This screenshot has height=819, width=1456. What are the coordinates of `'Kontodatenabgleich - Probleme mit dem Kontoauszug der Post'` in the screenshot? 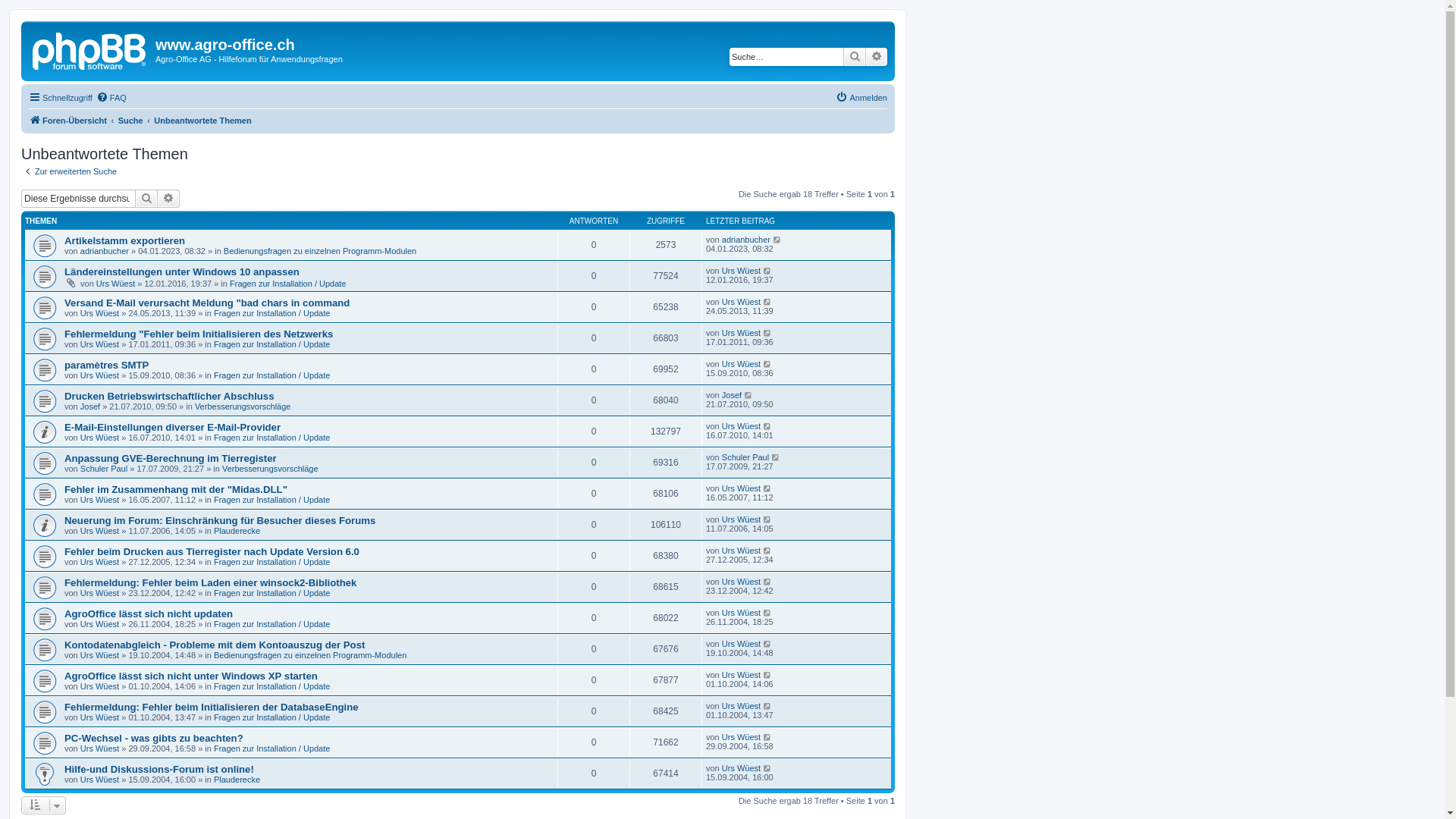 It's located at (214, 645).